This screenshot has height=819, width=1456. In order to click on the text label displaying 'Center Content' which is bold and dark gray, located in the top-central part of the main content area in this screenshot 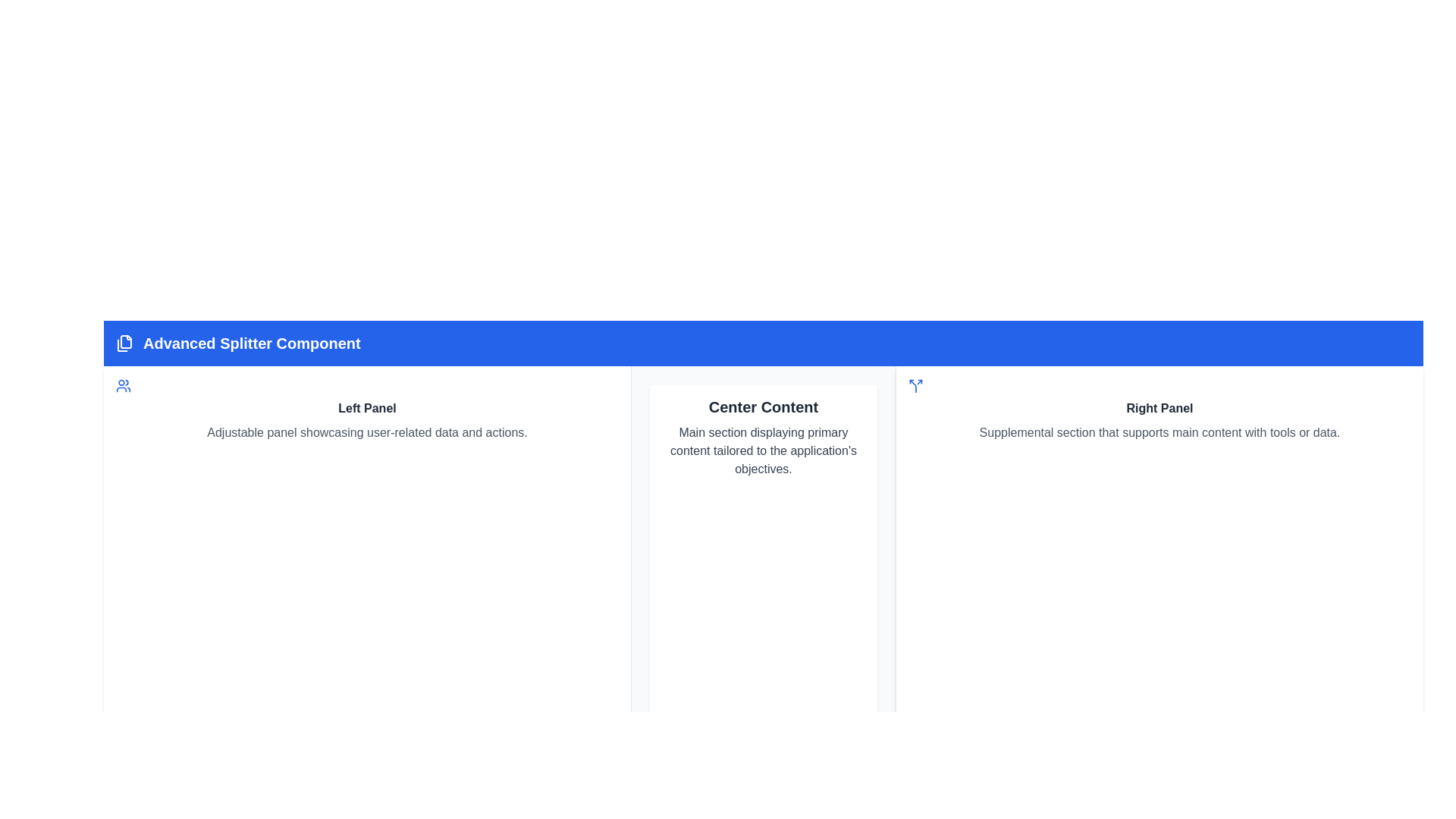, I will do `click(764, 406)`.